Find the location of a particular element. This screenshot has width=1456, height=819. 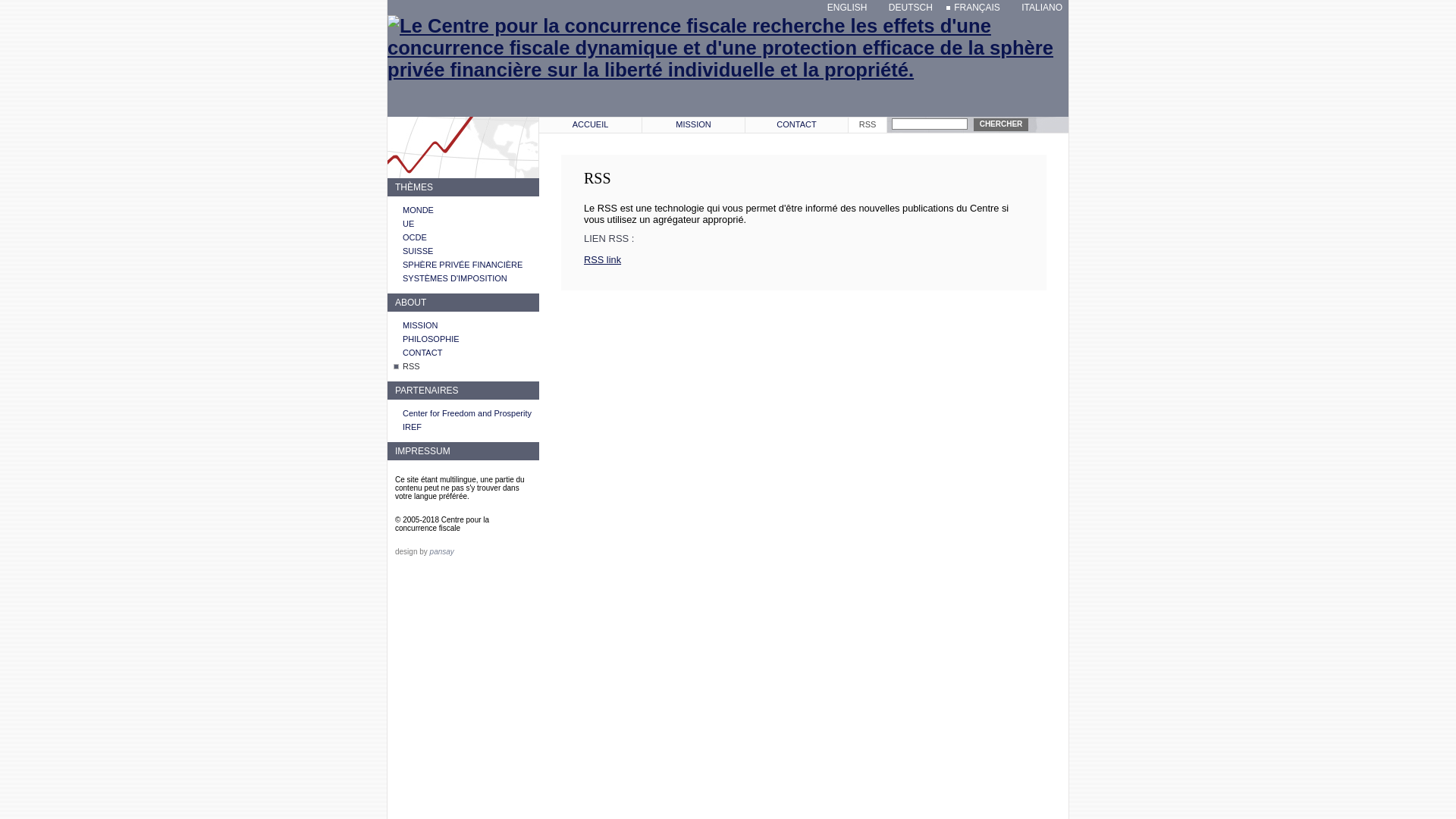

'PHILOSOPHIE' is located at coordinates (403, 338).